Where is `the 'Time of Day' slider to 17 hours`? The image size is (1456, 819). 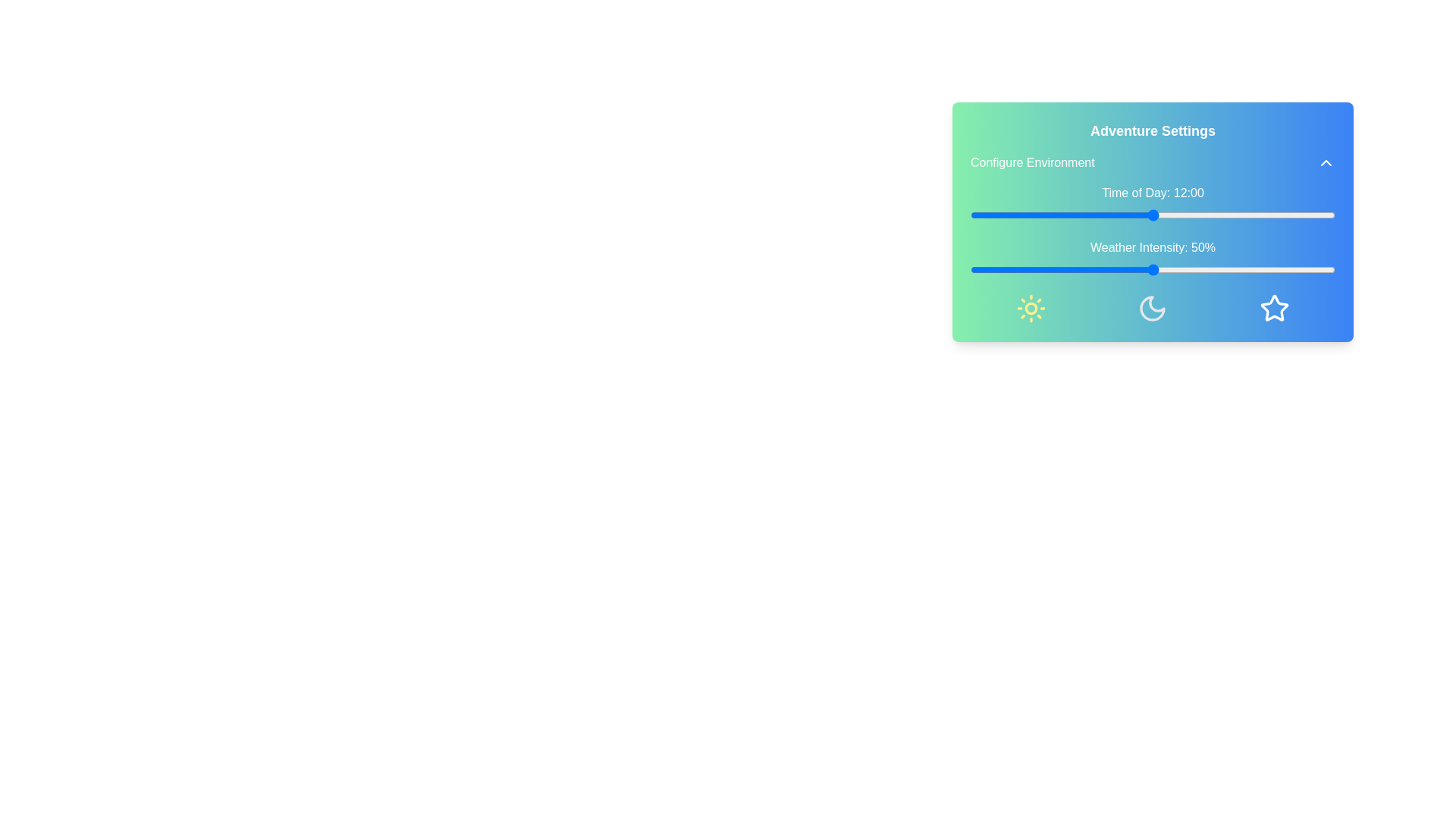 the 'Time of Day' slider to 17 hours is located at coordinates (1228, 215).